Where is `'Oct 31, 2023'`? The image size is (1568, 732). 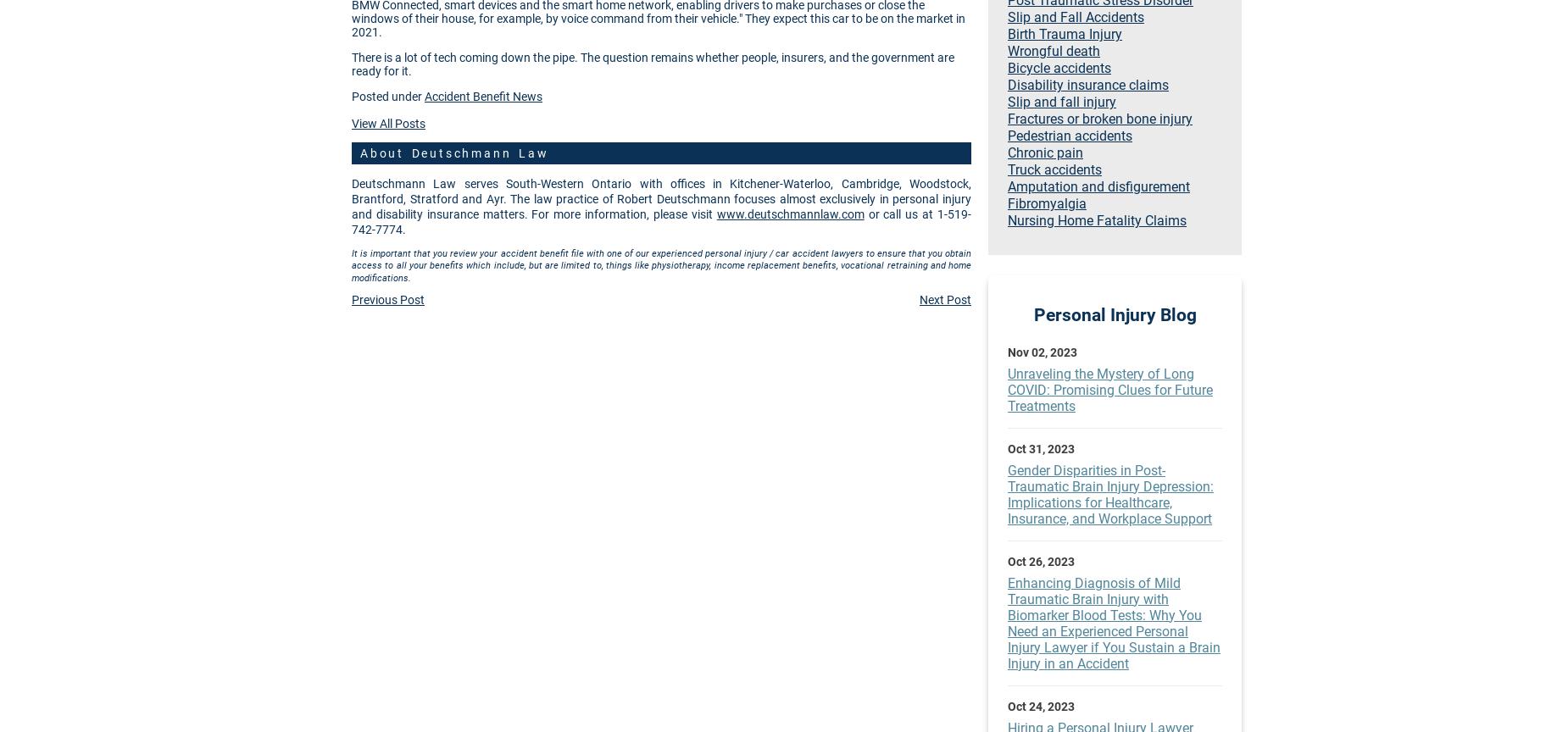
'Oct 31, 2023' is located at coordinates (1040, 448).